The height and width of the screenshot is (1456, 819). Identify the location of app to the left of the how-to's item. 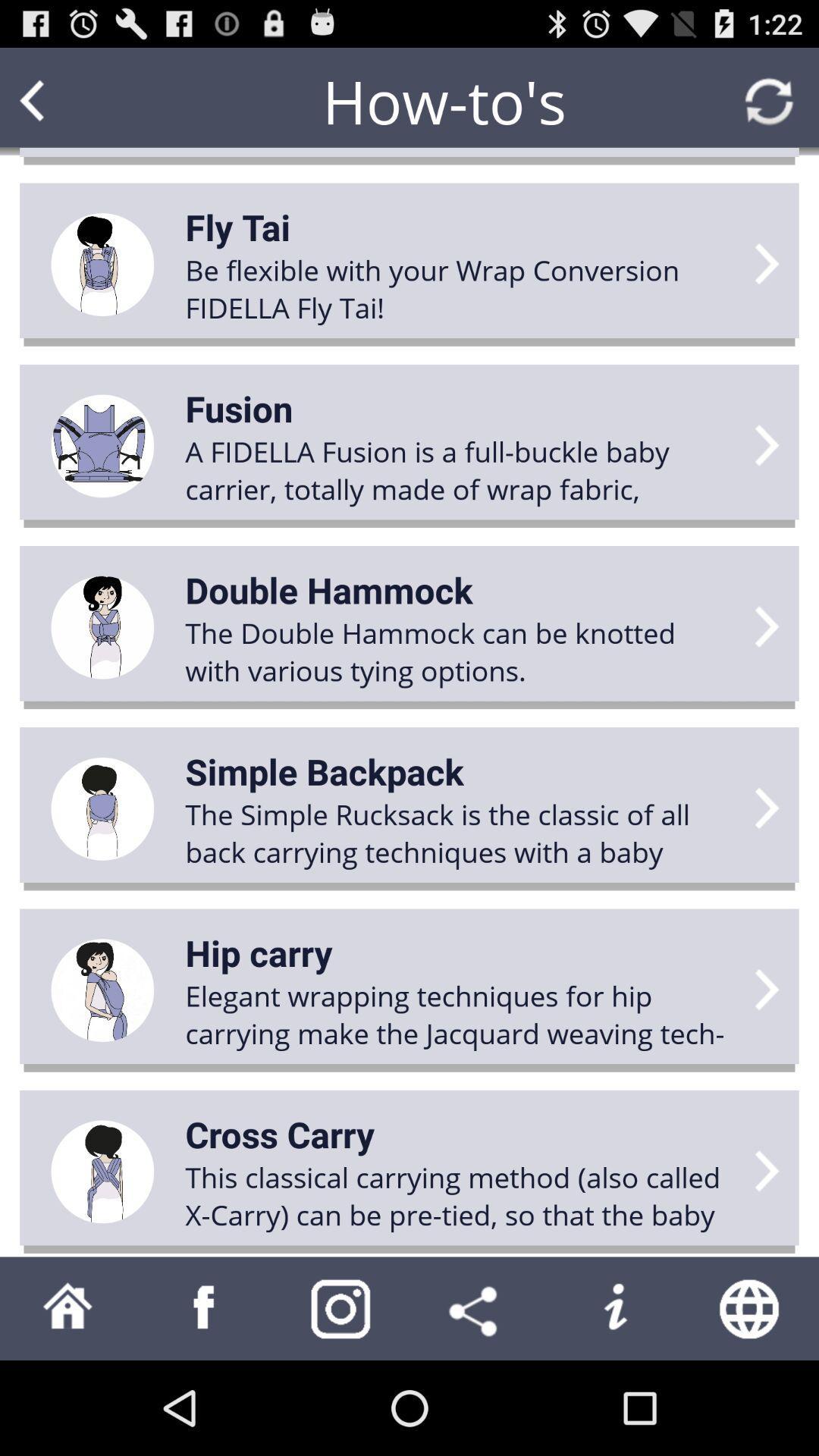
(61, 100).